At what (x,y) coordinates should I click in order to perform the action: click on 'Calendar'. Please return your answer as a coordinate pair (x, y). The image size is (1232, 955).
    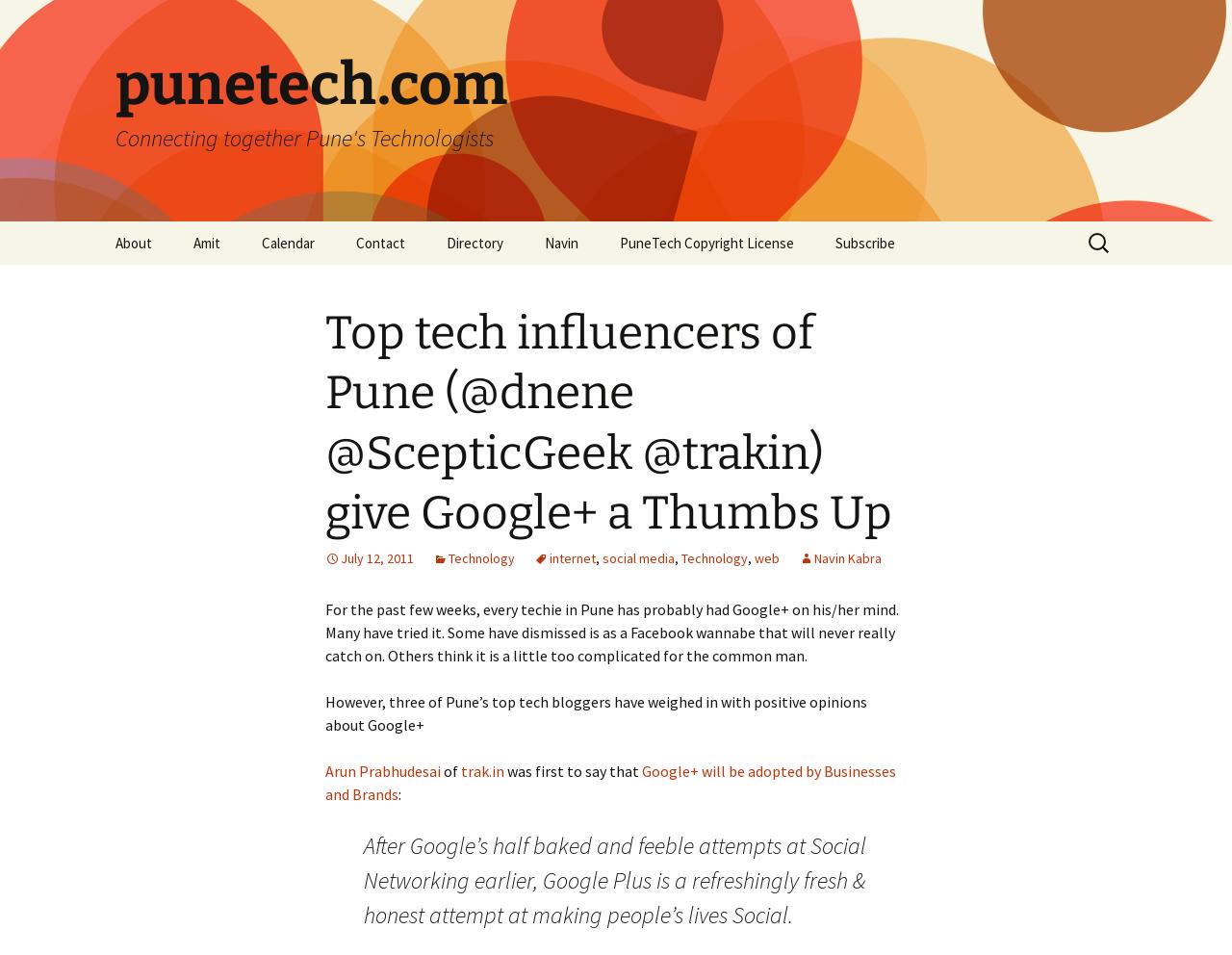
    Looking at the image, I should click on (287, 242).